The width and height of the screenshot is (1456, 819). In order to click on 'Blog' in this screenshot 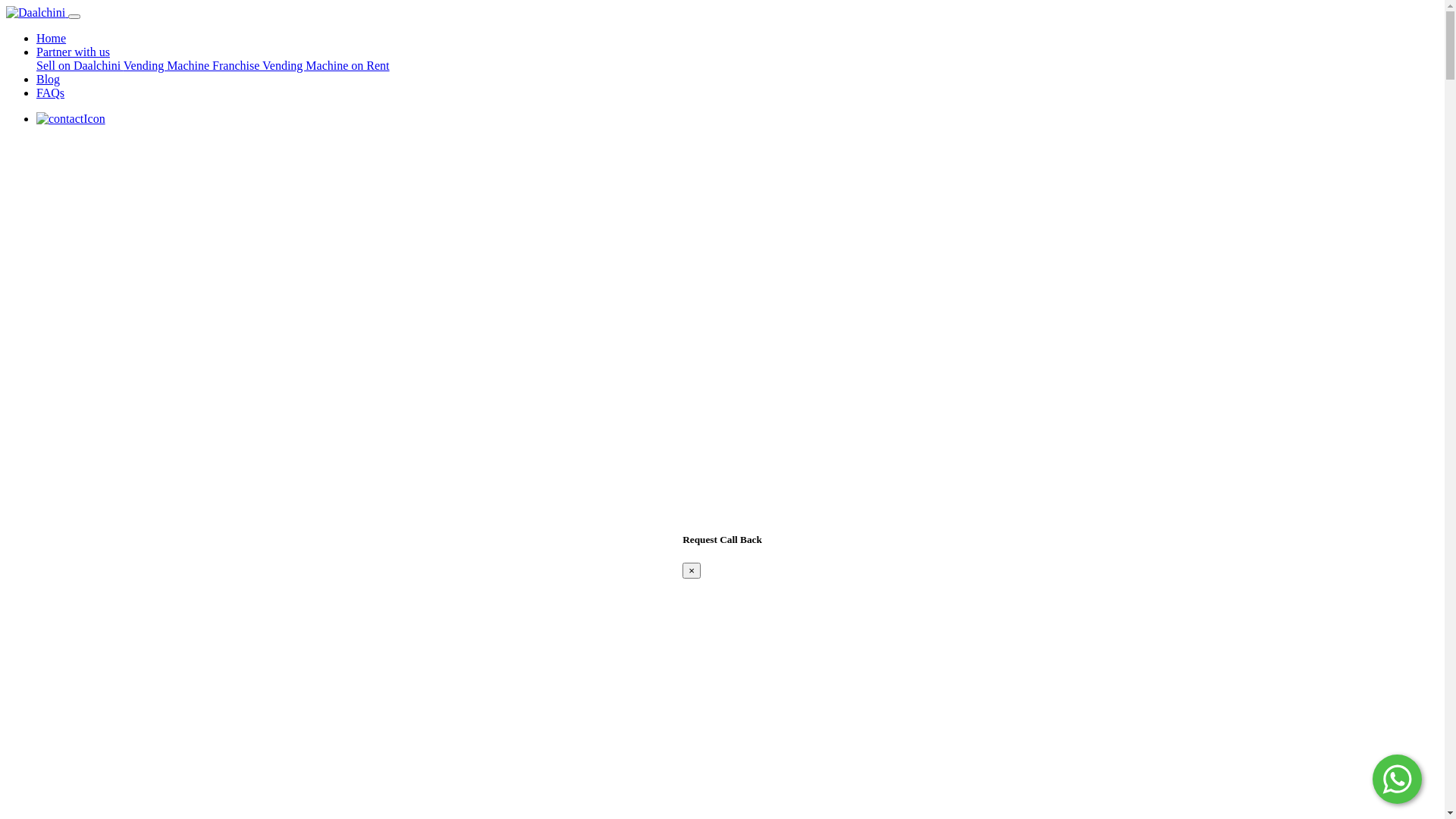, I will do `click(36, 79)`.